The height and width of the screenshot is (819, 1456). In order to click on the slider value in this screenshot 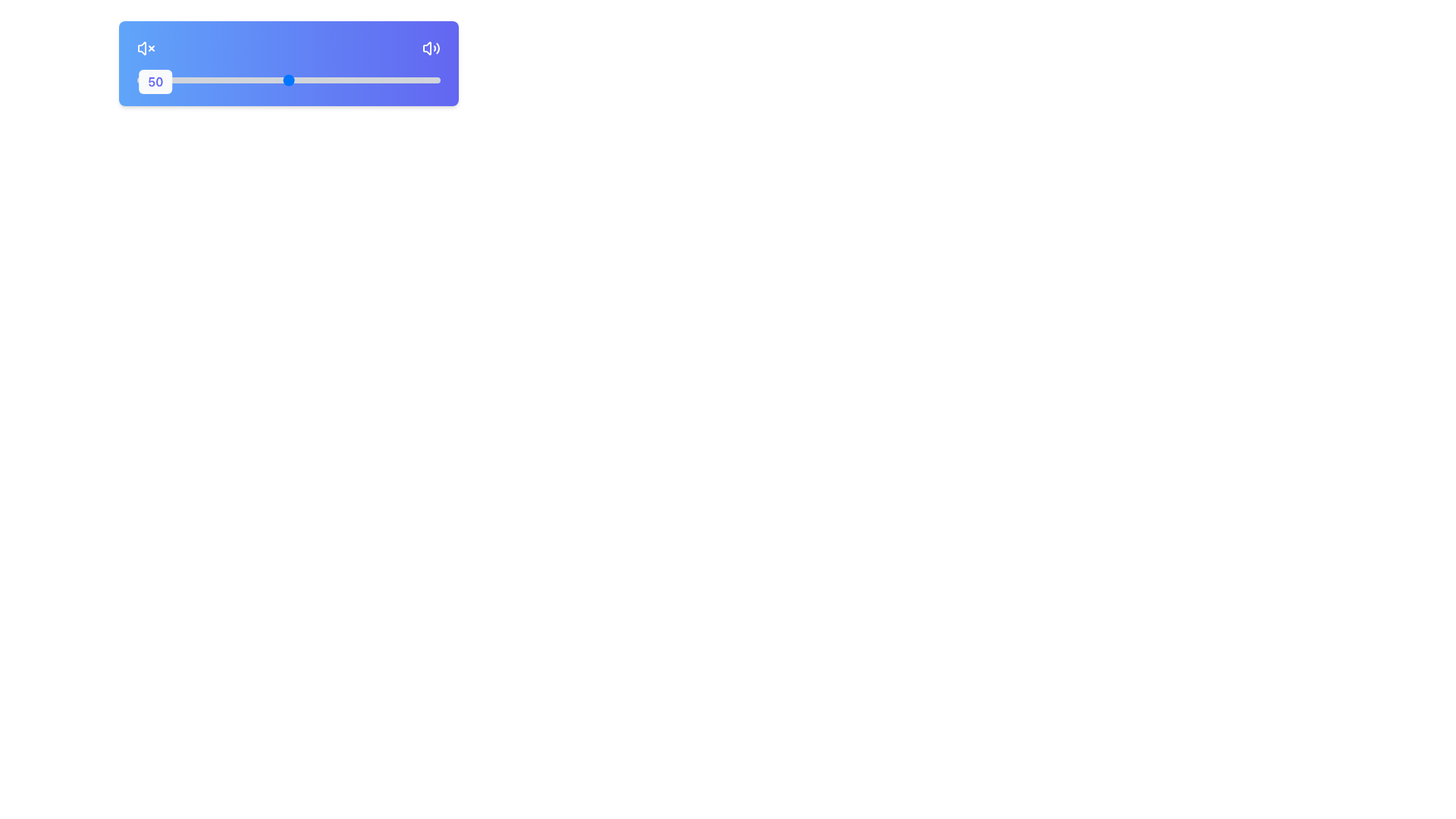, I will do `click(436, 80)`.